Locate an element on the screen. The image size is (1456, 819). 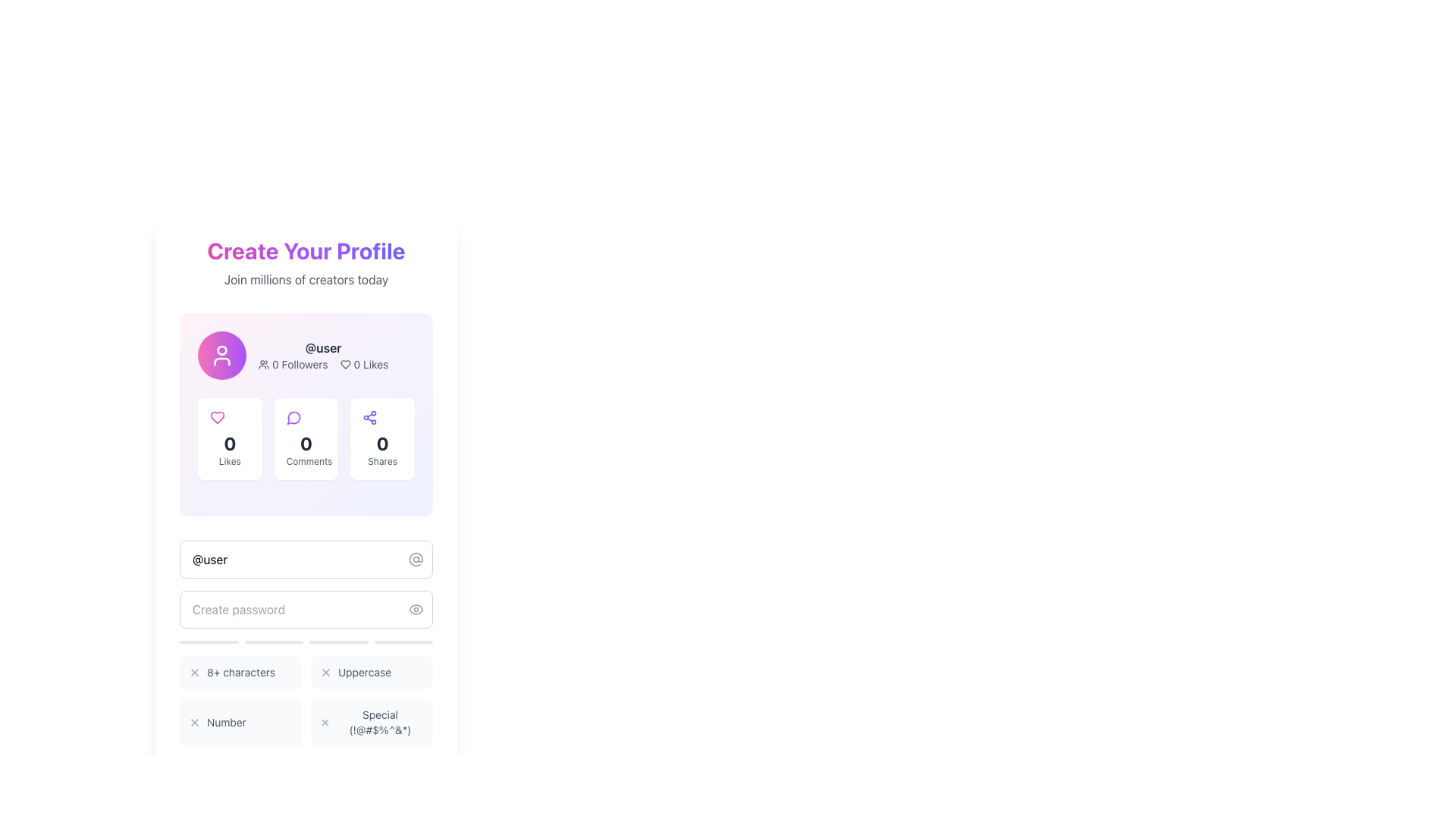
the text label displaying 'Special (!@#$%^&*)', which is styled with a gray color and located below the 'Create password' text field is located at coordinates (380, 721).